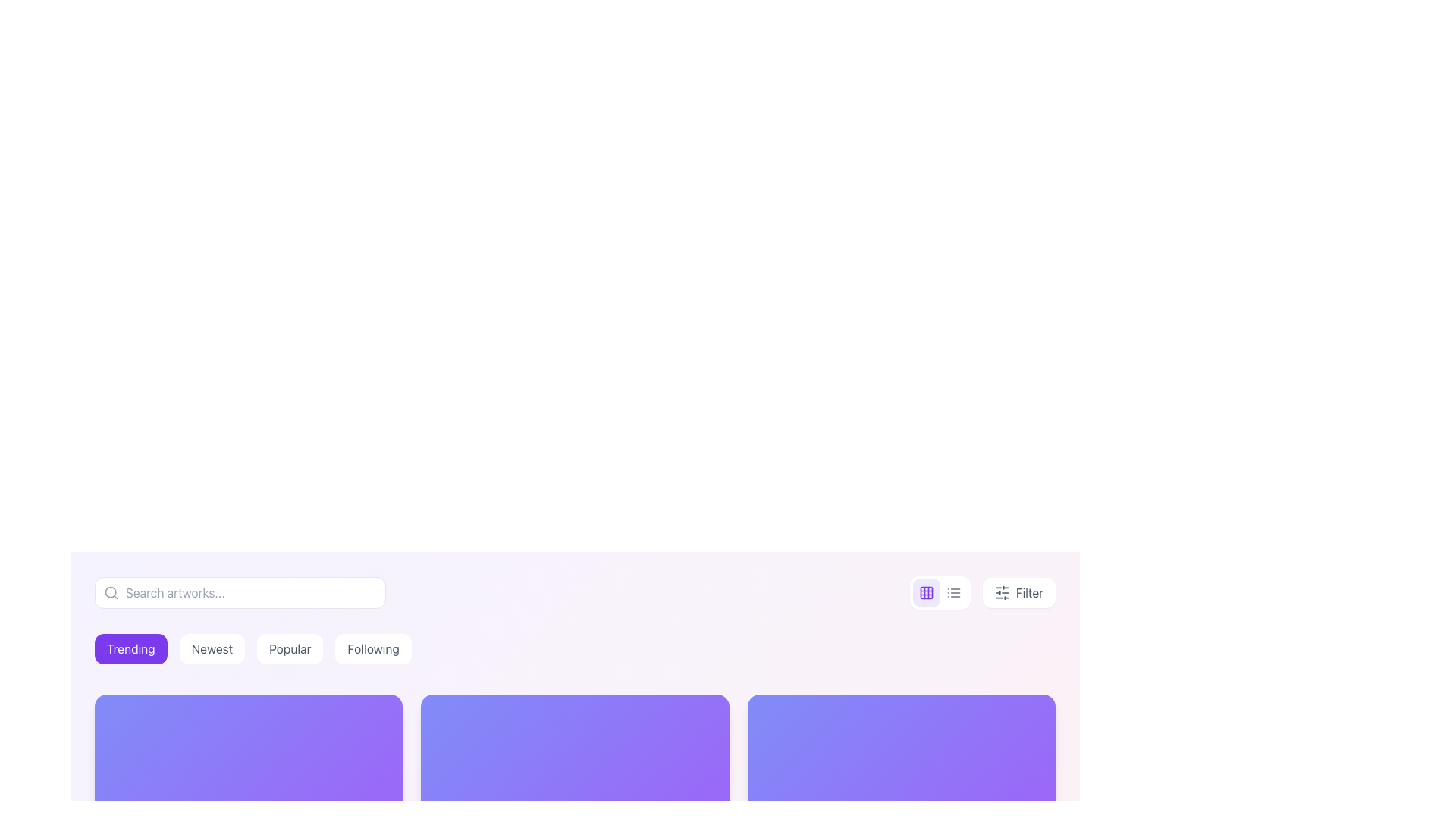  What do you see at coordinates (925, 592) in the screenshot?
I see `the layout switch button that changes the content view from list to grid` at bounding box center [925, 592].